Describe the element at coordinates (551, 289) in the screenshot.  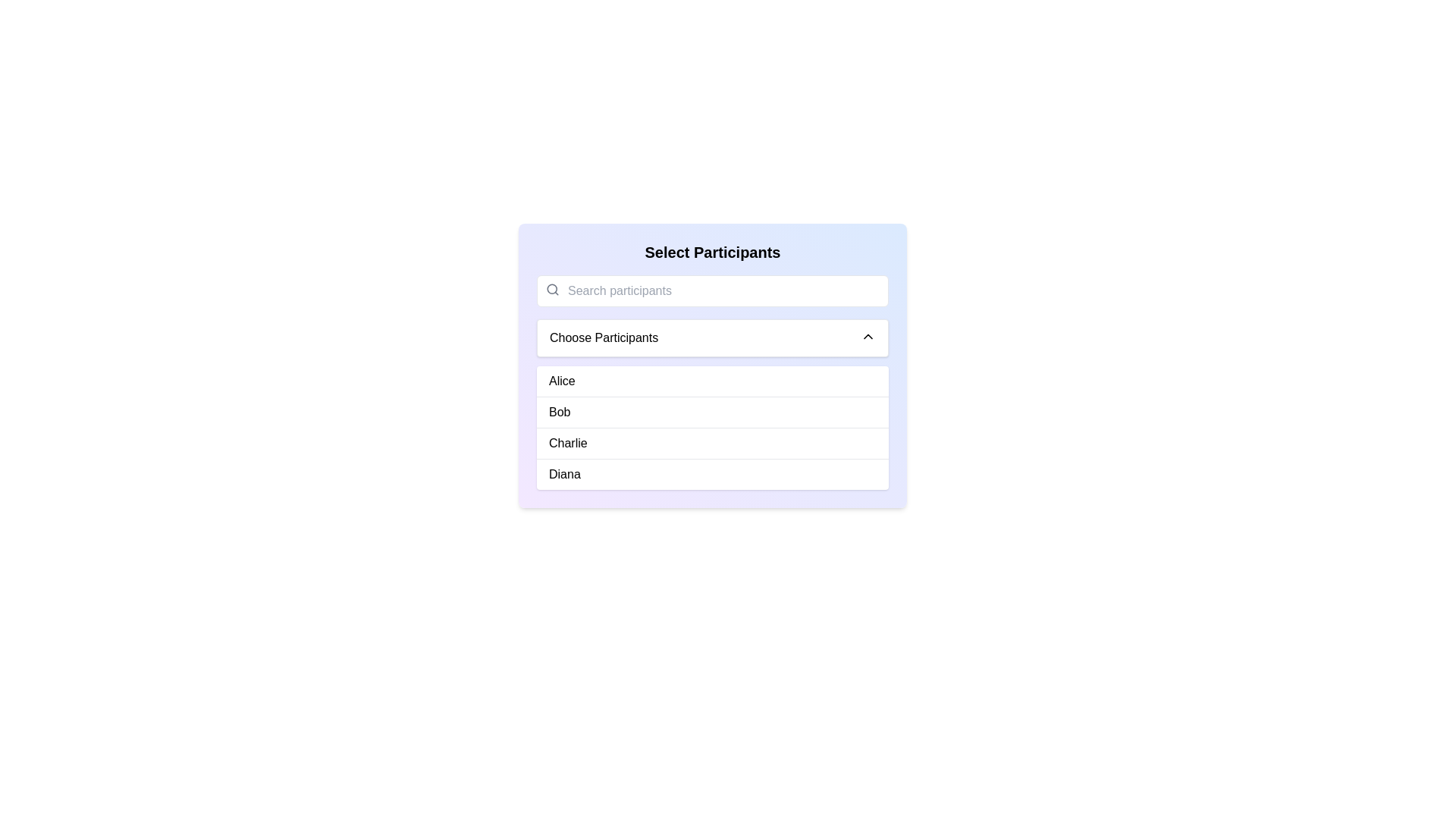
I see `the SVG circle element that represents a part of the magnifying glass icon for search, located in the toolbar area above the participant selection input field` at that location.